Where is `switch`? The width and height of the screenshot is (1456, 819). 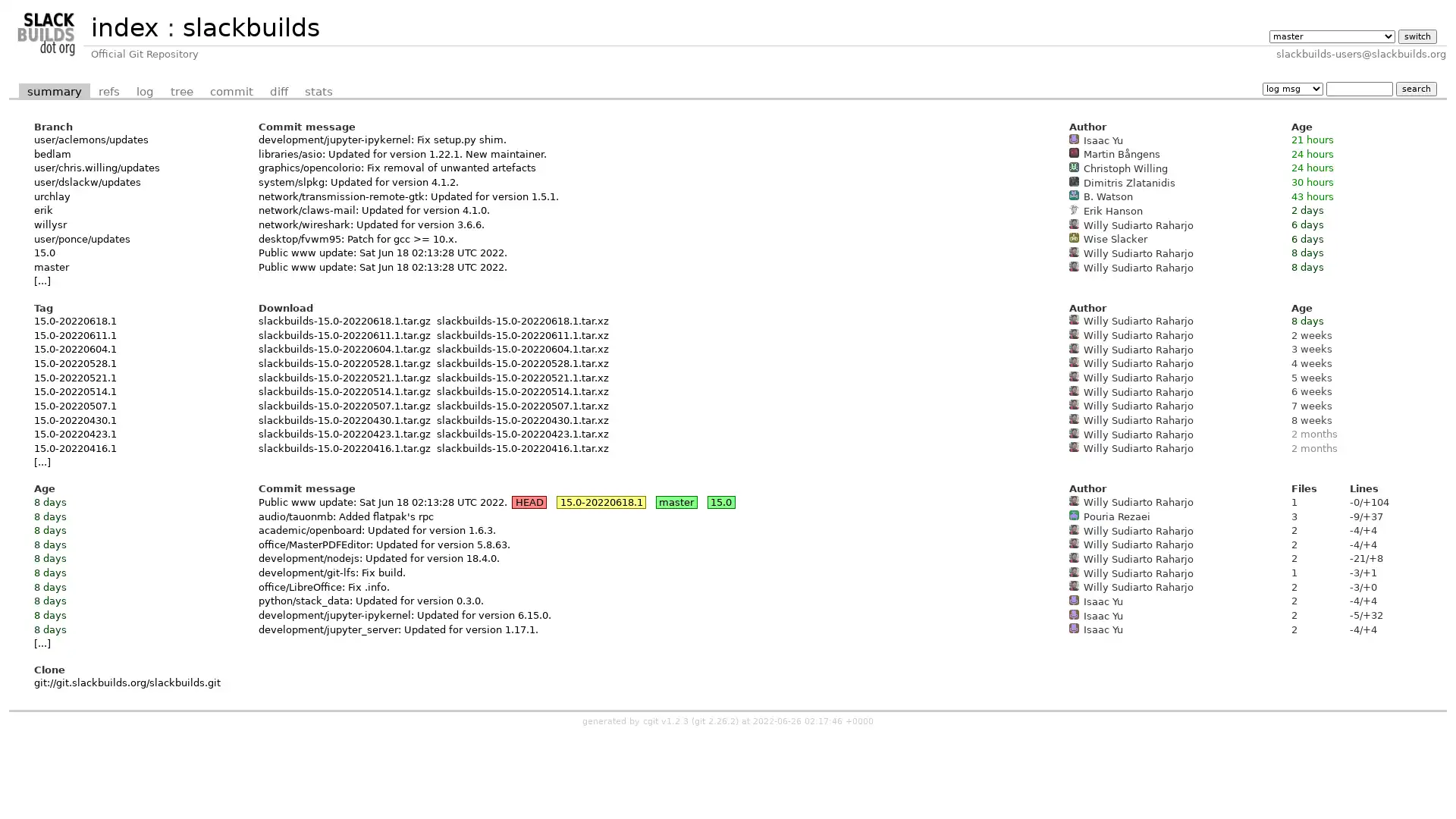 switch is located at coordinates (1416, 36).